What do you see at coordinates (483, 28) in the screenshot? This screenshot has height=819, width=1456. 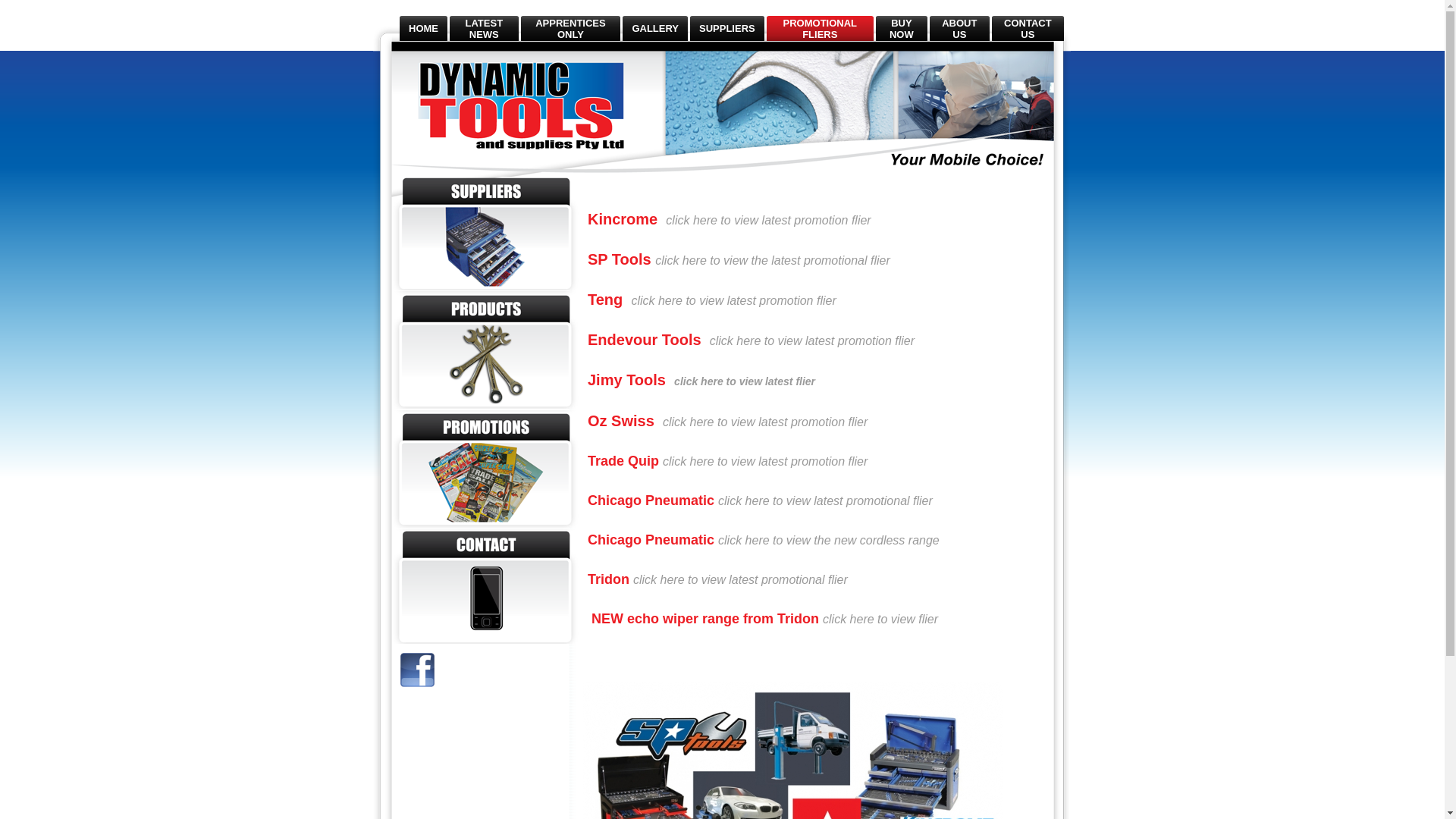 I see `'LATEST NEWS'` at bounding box center [483, 28].